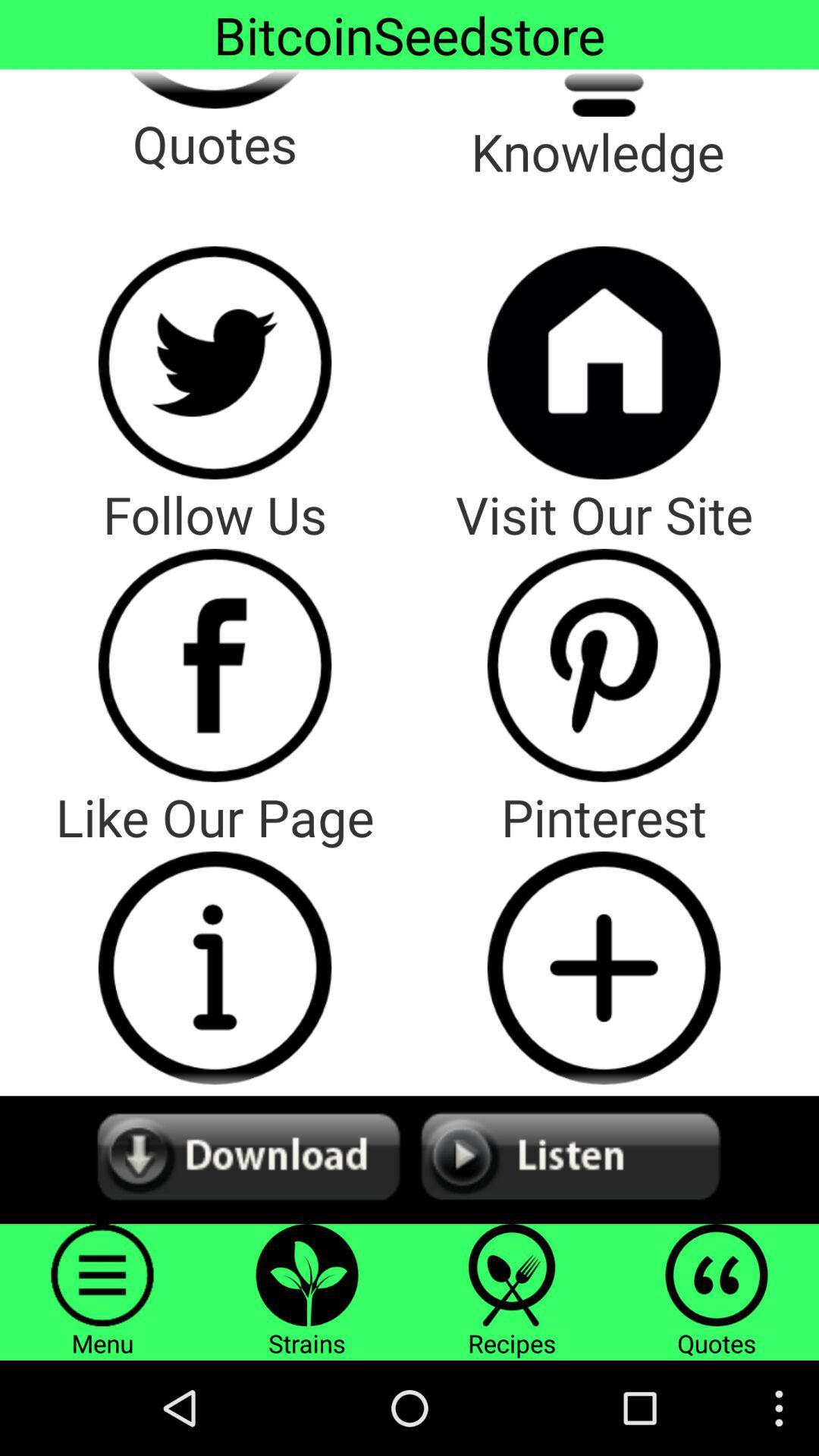  I want to click on firm 's pinterest page, so click(603, 665).